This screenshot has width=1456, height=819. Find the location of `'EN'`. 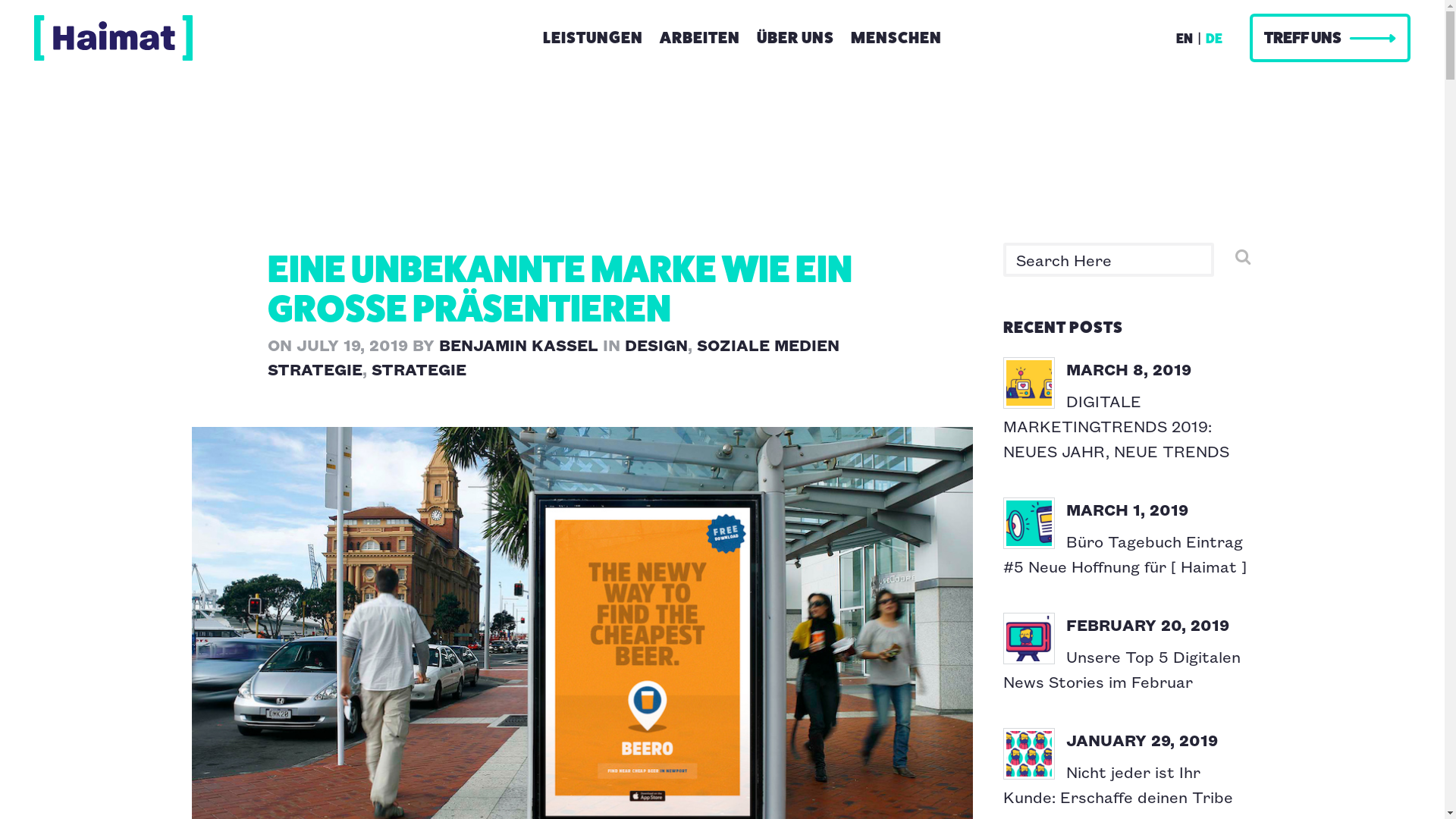

'EN' is located at coordinates (1183, 37).